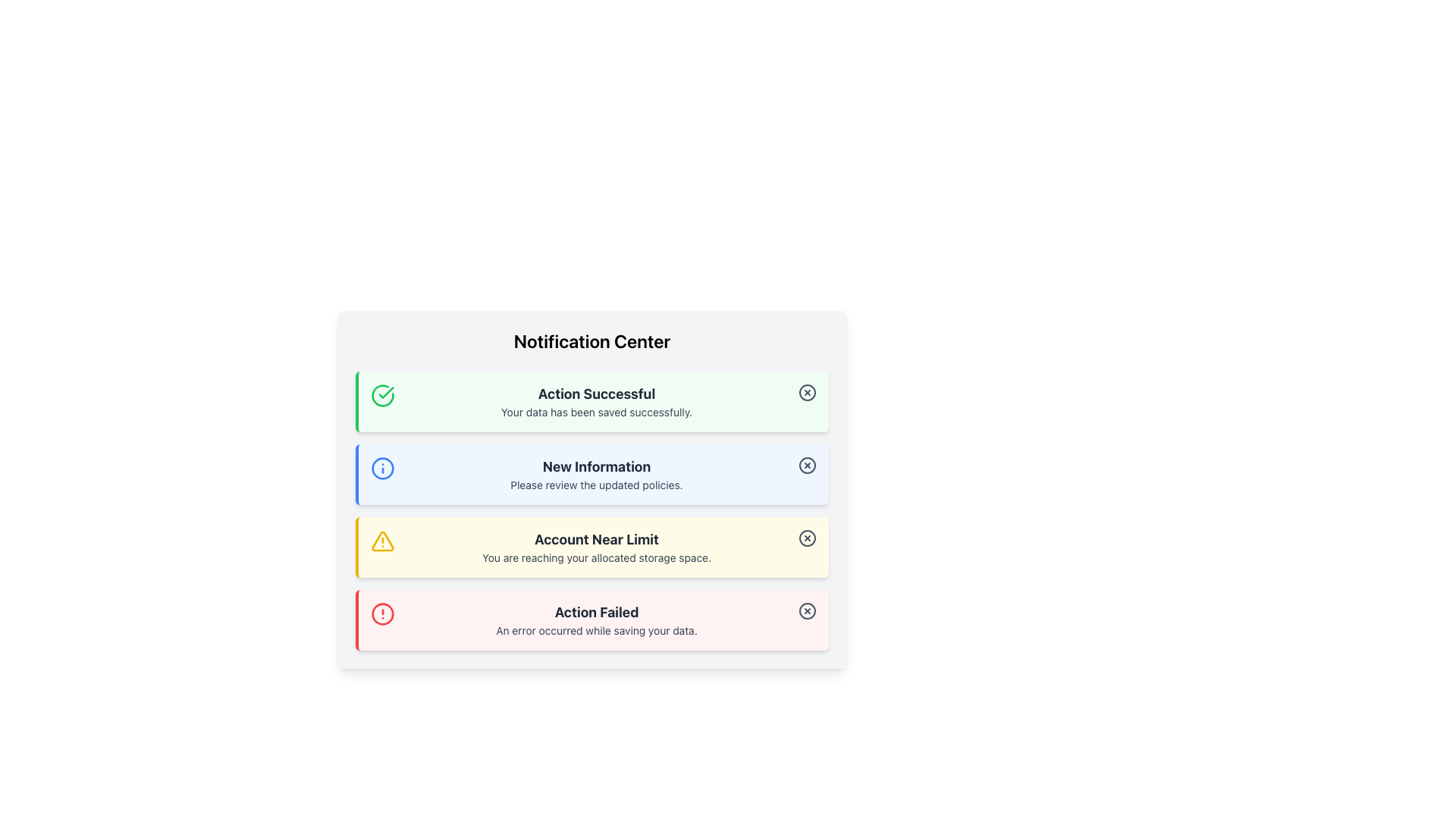  What do you see at coordinates (591, 547) in the screenshot?
I see `the third Notification Card in the Notification Center, which alerts the user about their account nearing its storage limit` at bounding box center [591, 547].